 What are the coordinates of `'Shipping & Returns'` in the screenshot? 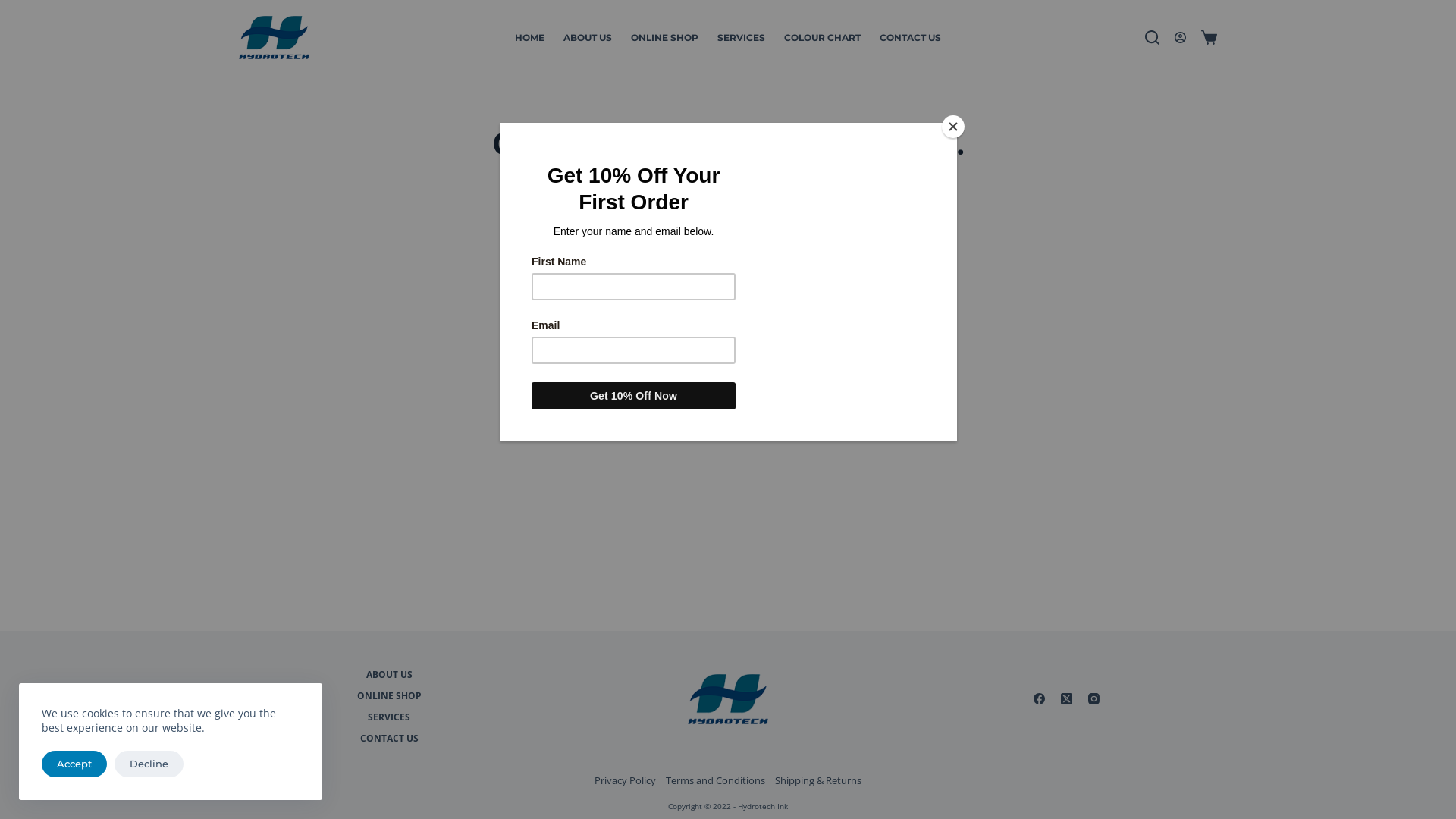 It's located at (817, 780).